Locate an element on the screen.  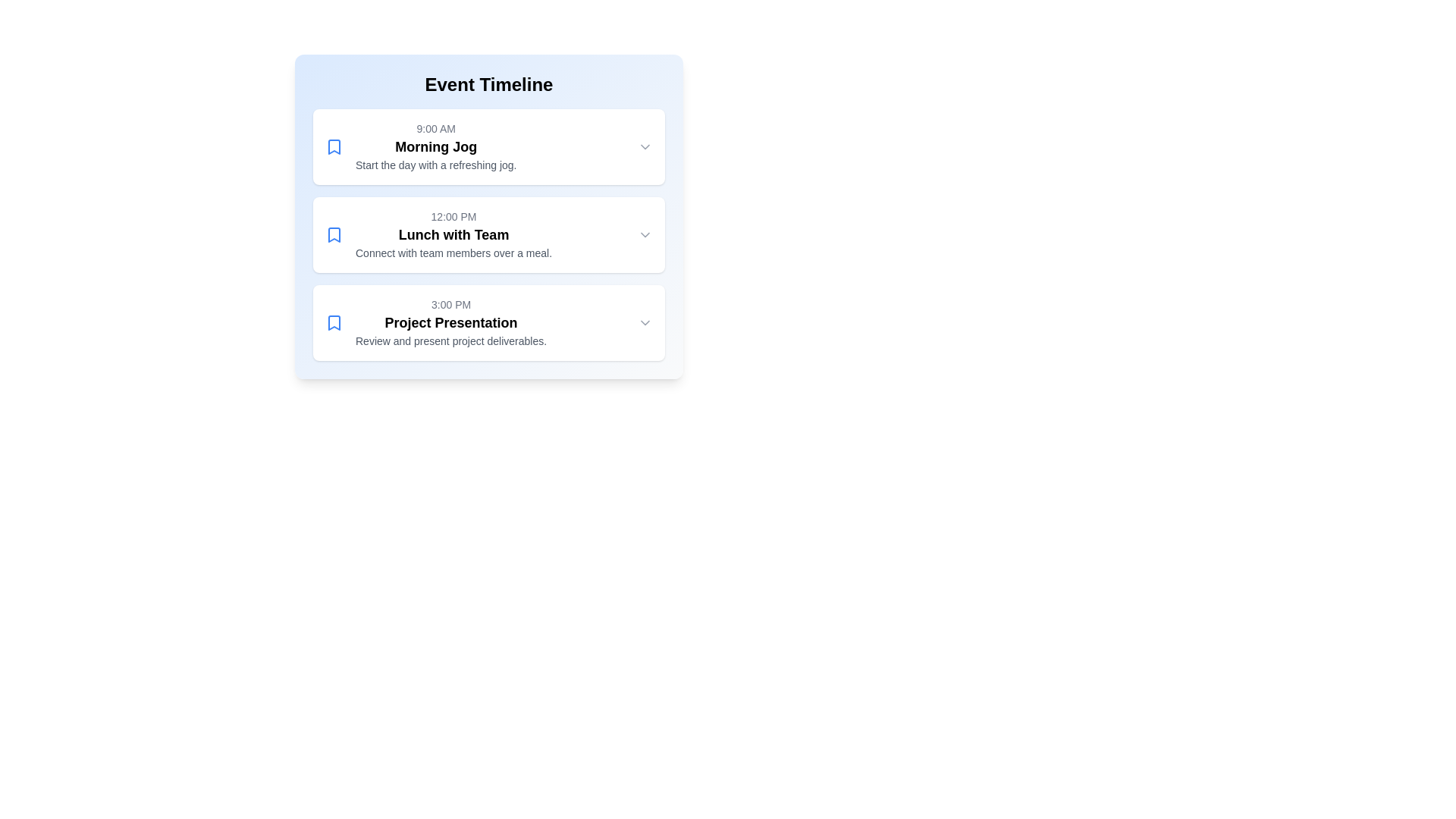
the blue bookmark-shaped icon located on the left side of the '9:00 AM Morning Jog' event tile is located at coordinates (334, 146).